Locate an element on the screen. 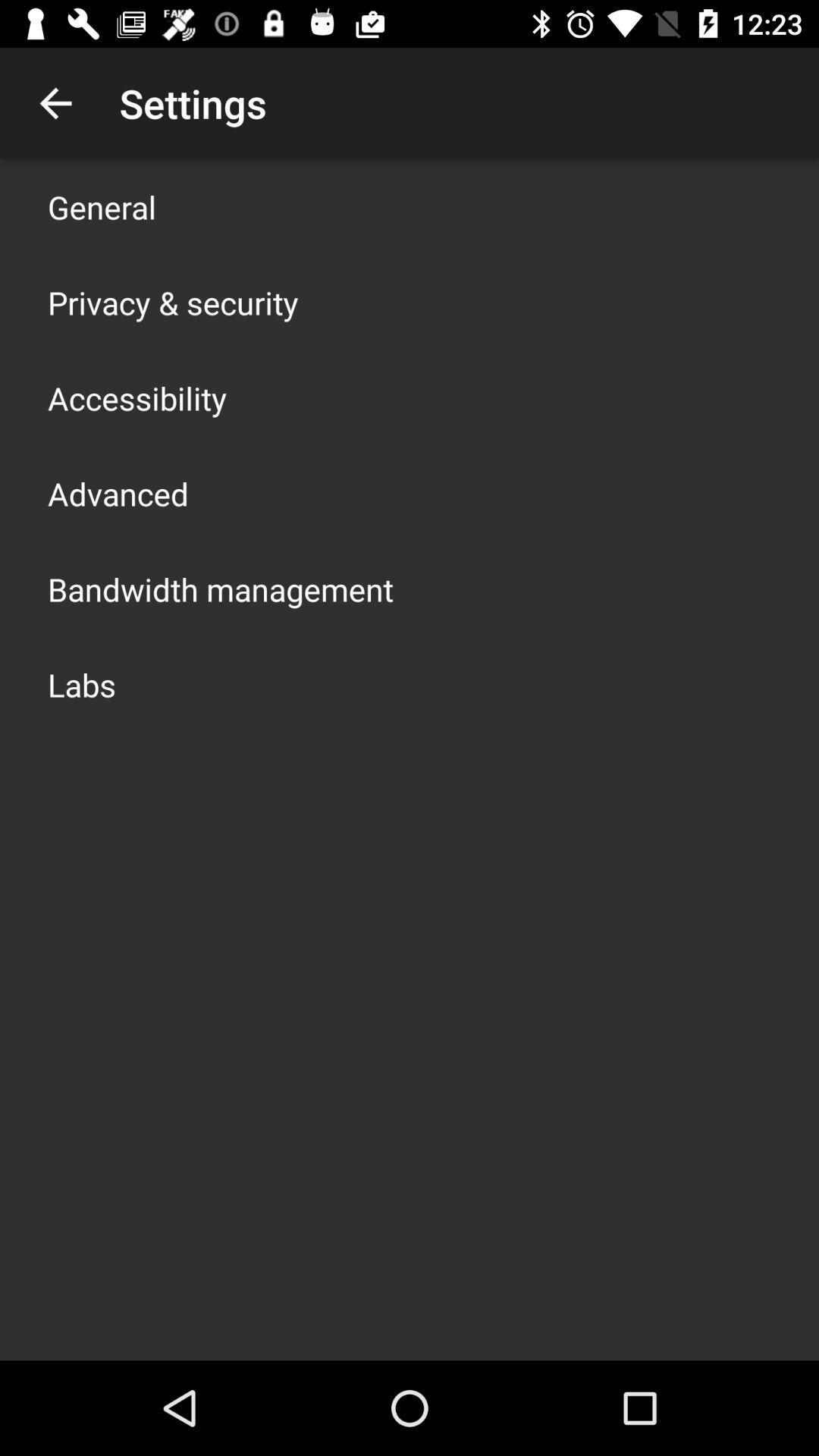 The image size is (819, 1456). the accessibility item is located at coordinates (137, 397).